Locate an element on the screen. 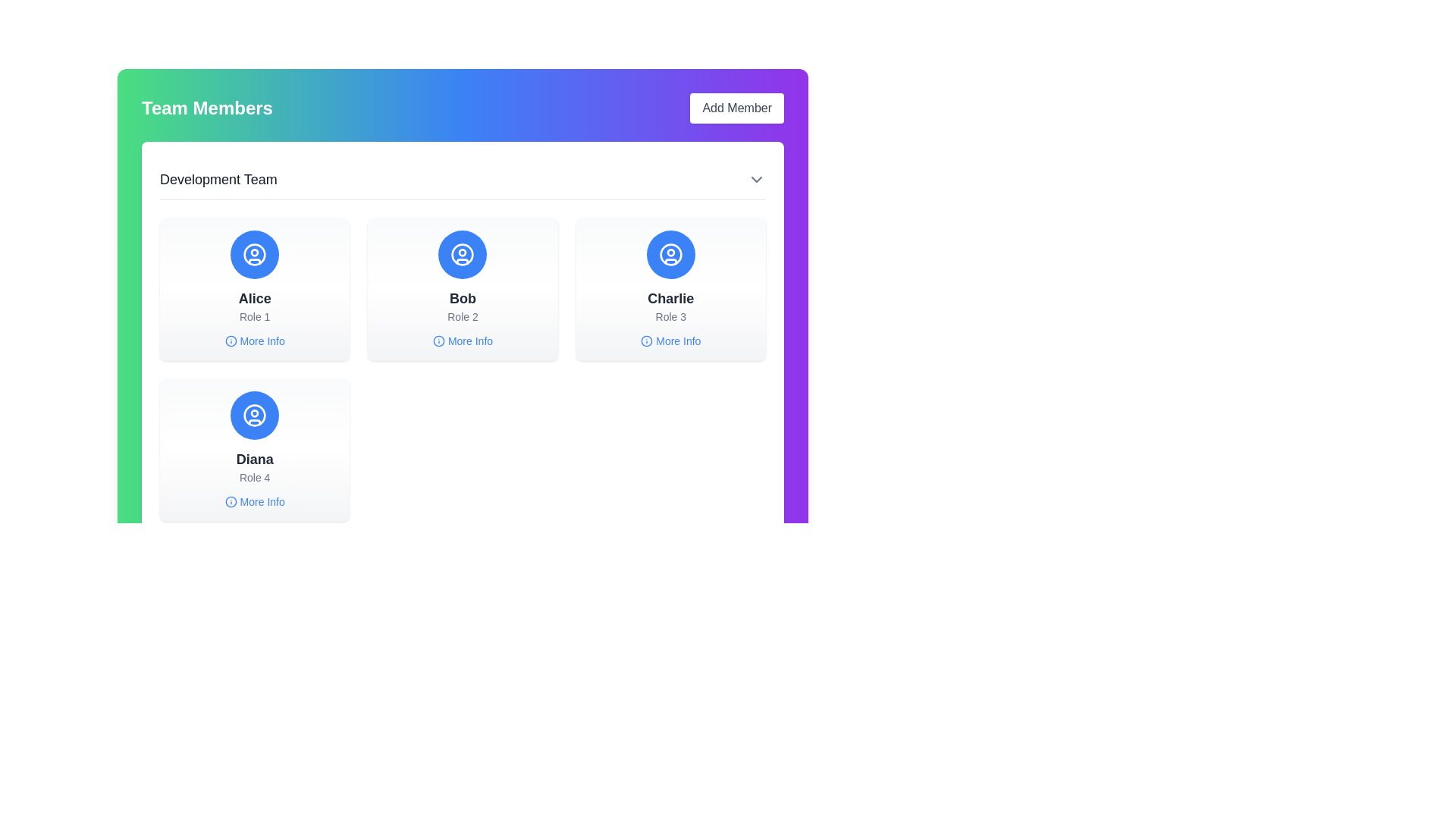  the circular graphic component representing additional information for Charlie's card, located inside the information button in the 'More Info' area is located at coordinates (647, 341).